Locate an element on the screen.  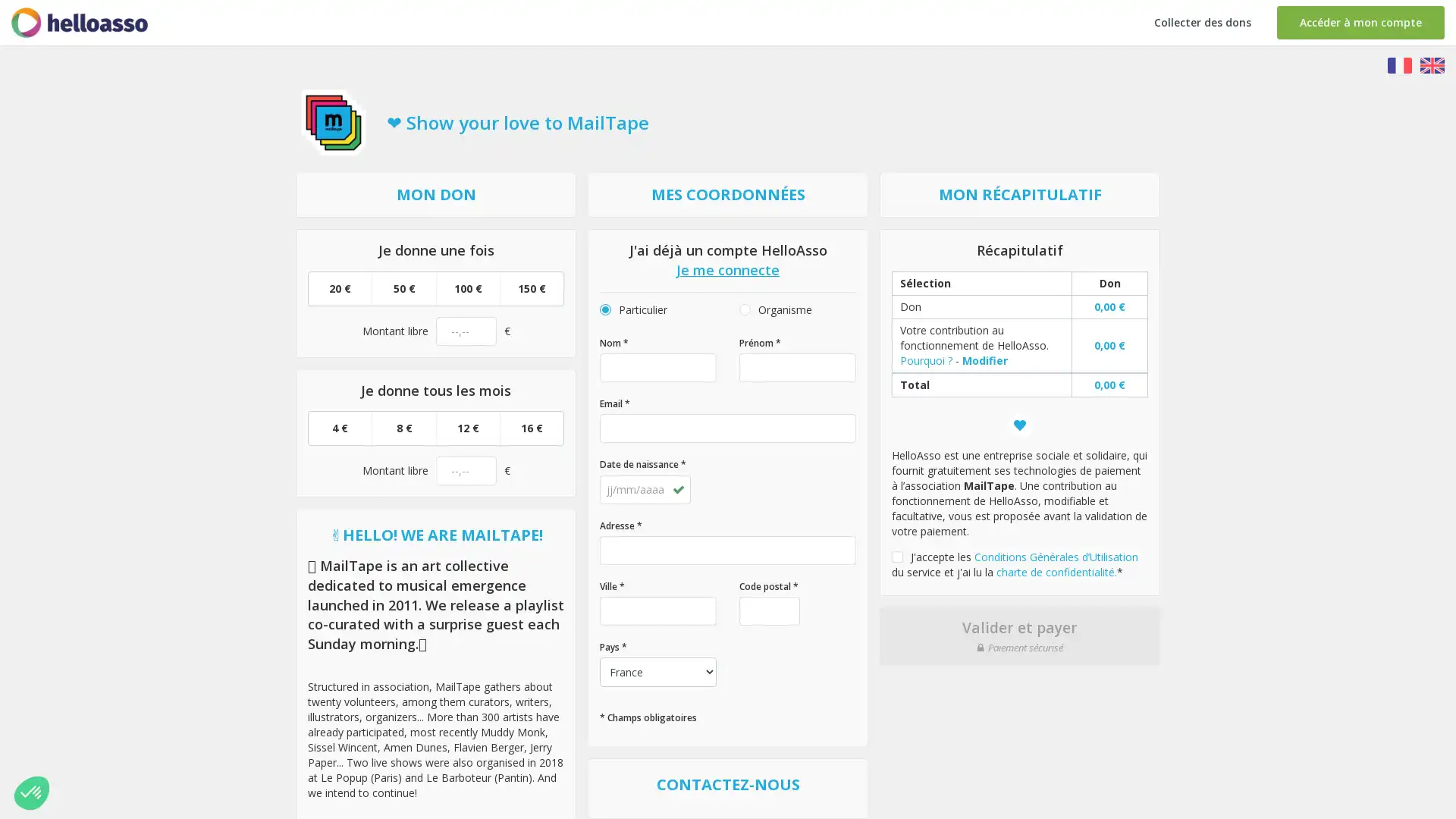
Tout accepter is located at coordinates (280, 742).